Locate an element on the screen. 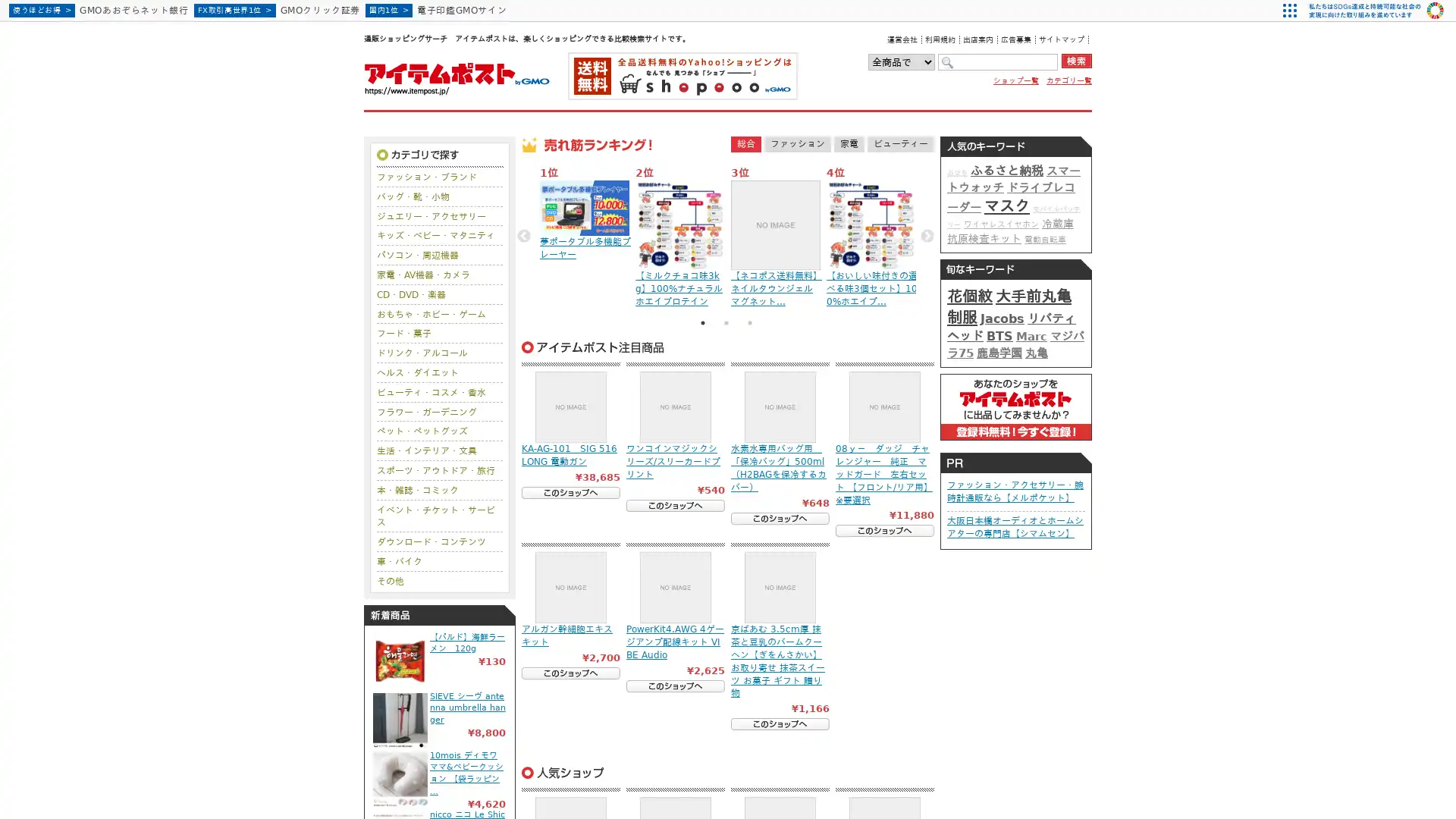 The image size is (1456, 819). 2 is located at coordinates (724, 322).